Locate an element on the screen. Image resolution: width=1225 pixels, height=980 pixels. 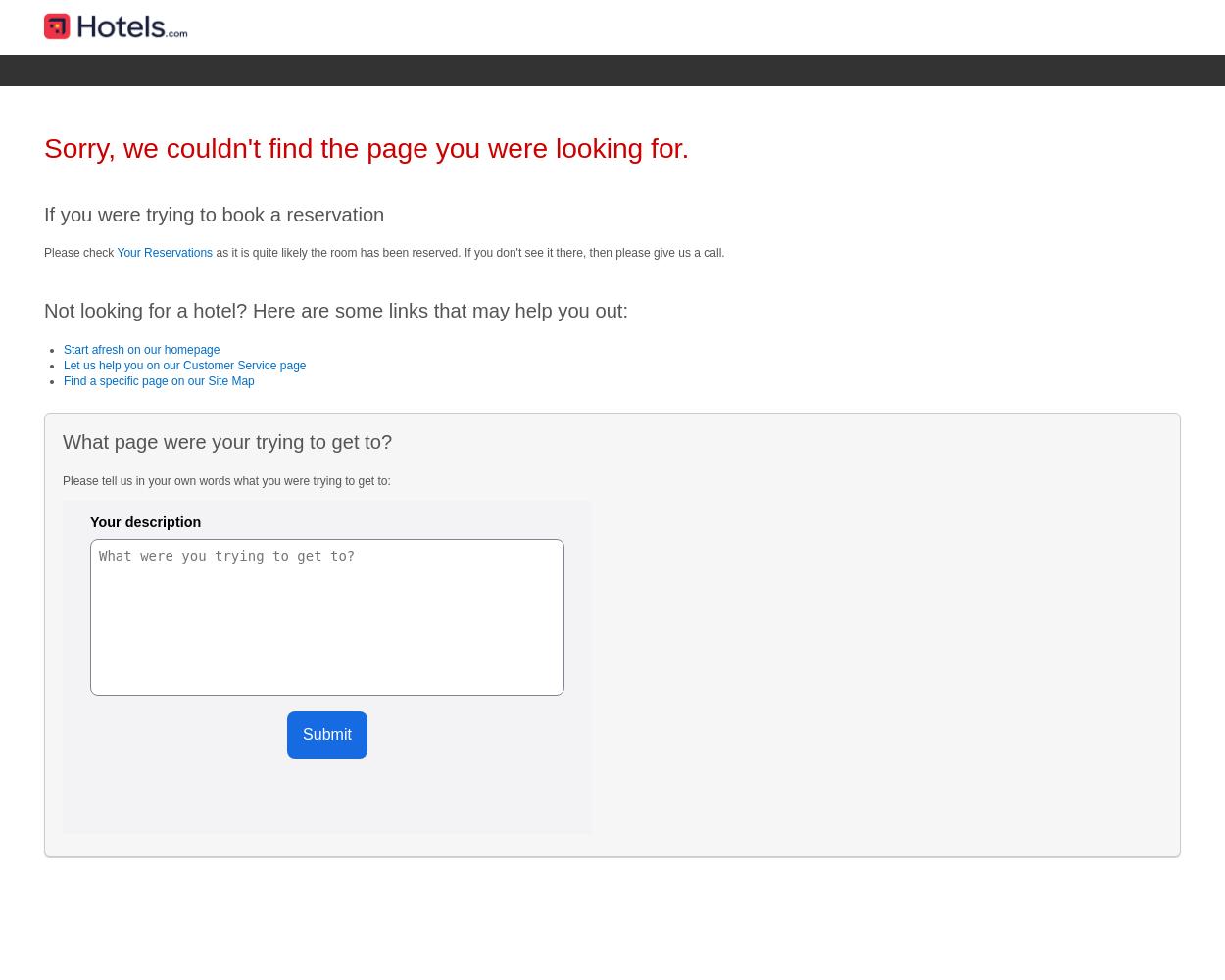
'Please tell us in your own words what you were trying to get to:' is located at coordinates (62, 479).